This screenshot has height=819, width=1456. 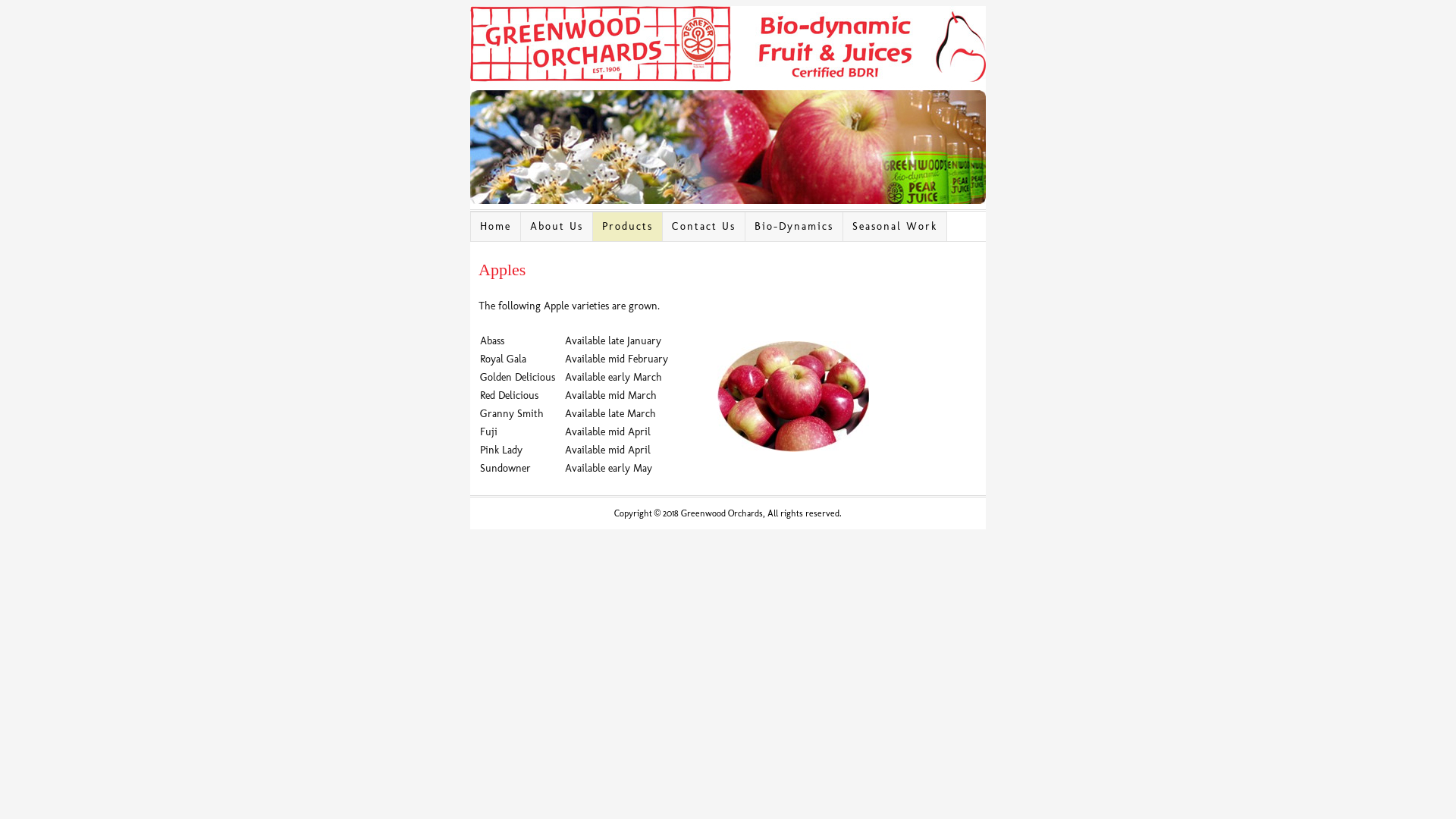 I want to click on 'Bio-Dynamics', so click(x=745, y=227).